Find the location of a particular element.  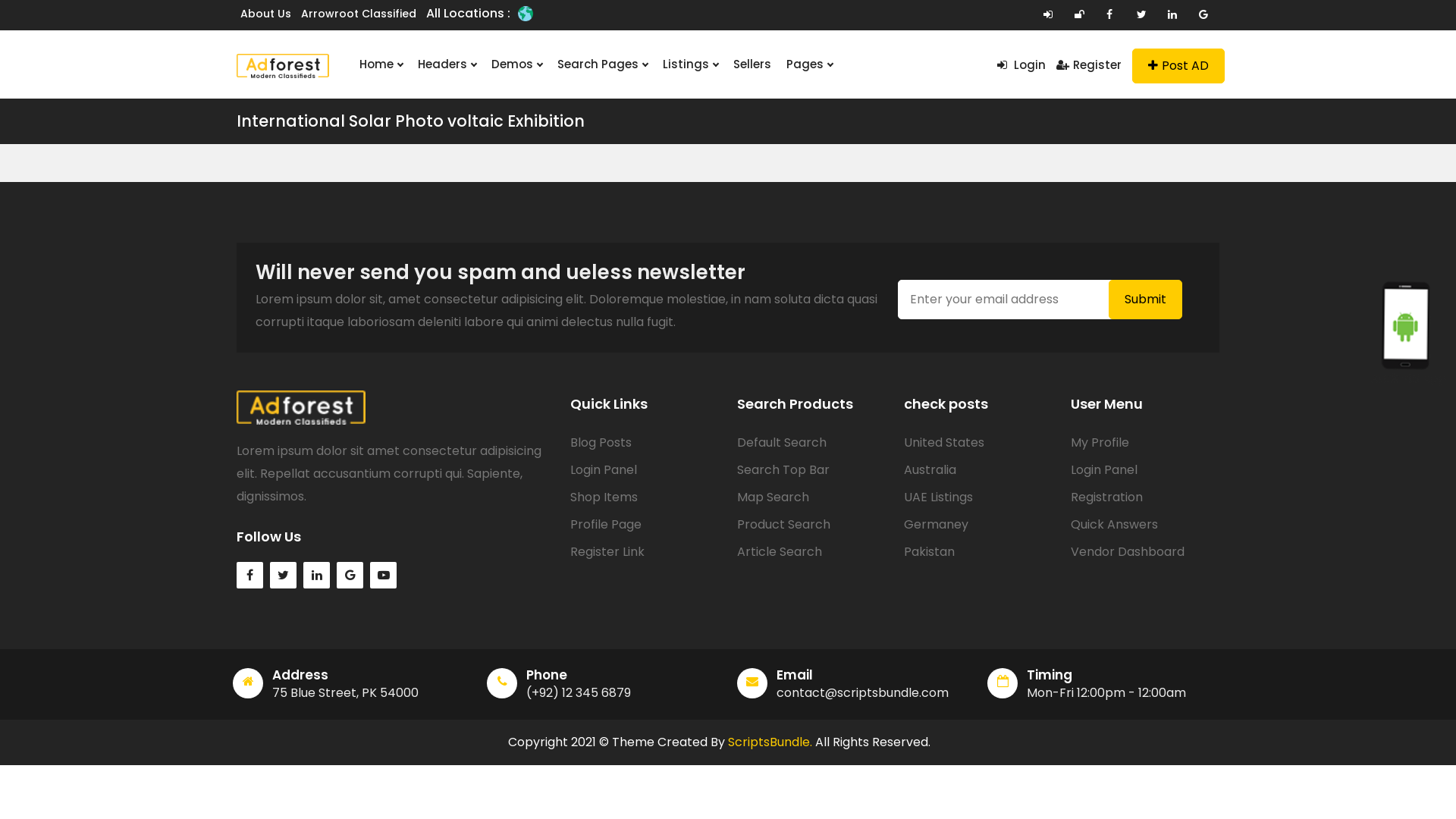

'Android App' is located at coordinates (1407, 328).